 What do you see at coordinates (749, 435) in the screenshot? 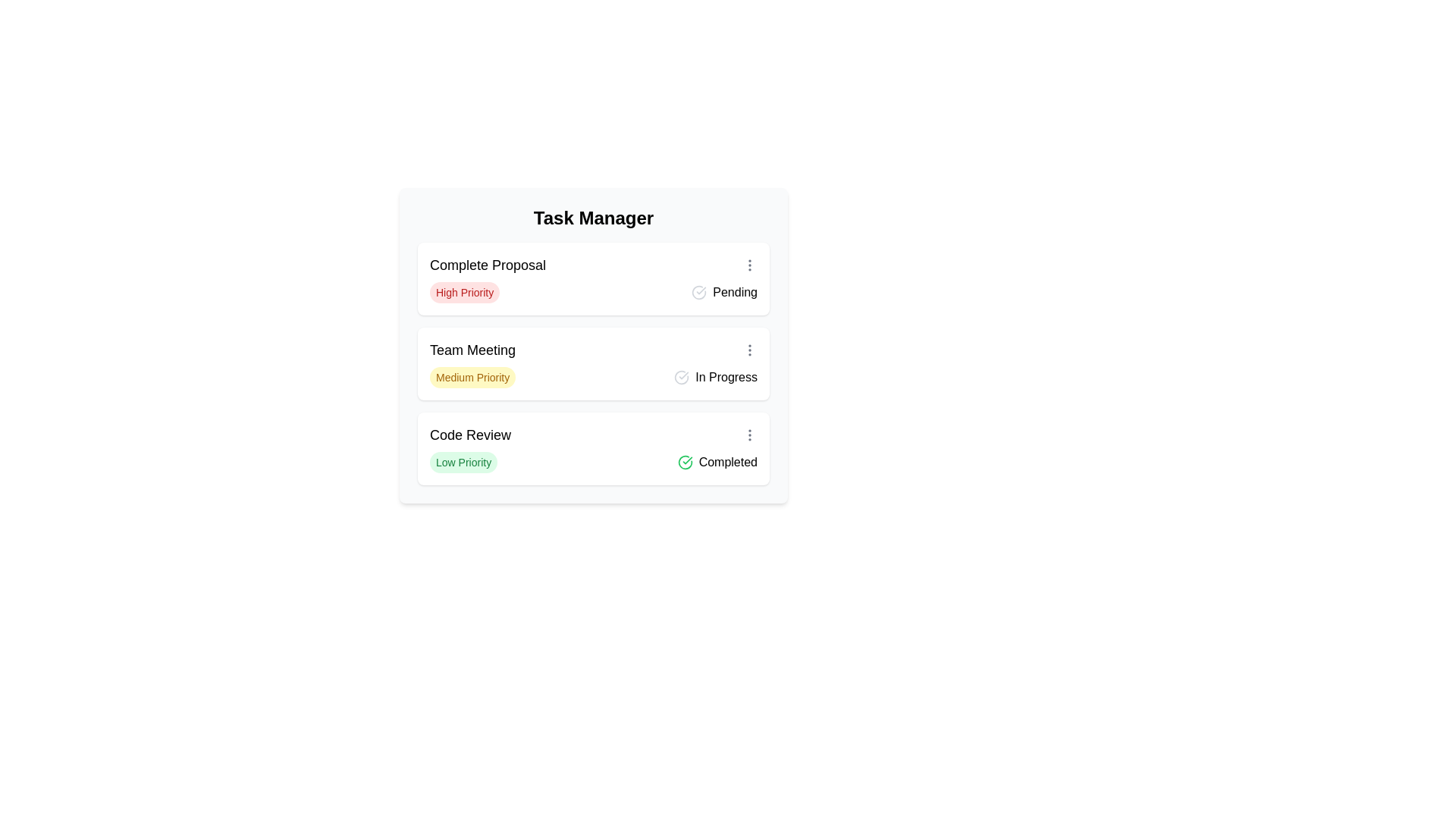
I see `the vertical ellipsis button located at the rightmost section of the 'Code Review' row beside the text 'Completed'` at bounding box center [749, 435].